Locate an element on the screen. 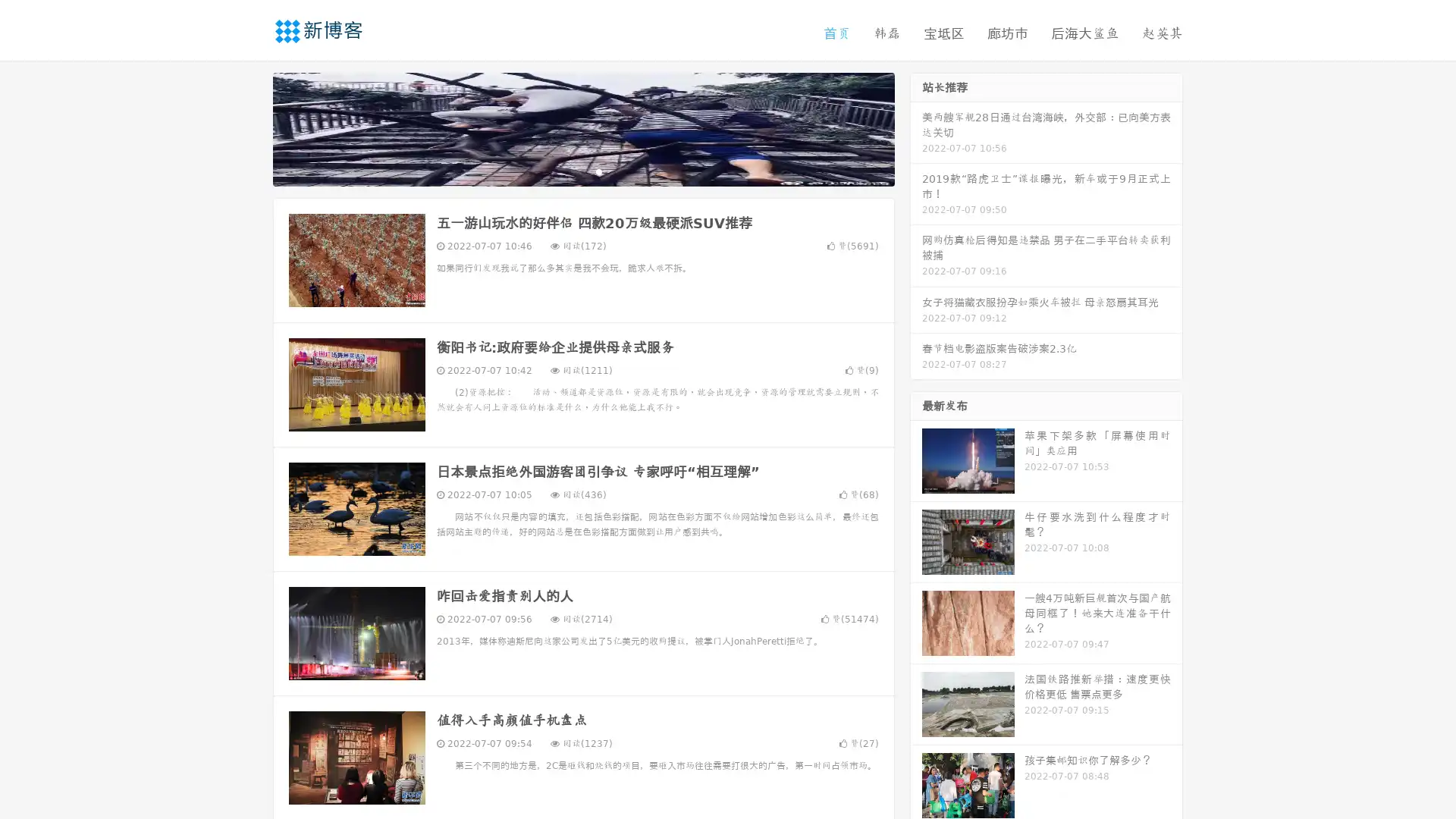 This screenshot has width=1456, height=819. Go to slide 2 is located at coordinates (582, 171).